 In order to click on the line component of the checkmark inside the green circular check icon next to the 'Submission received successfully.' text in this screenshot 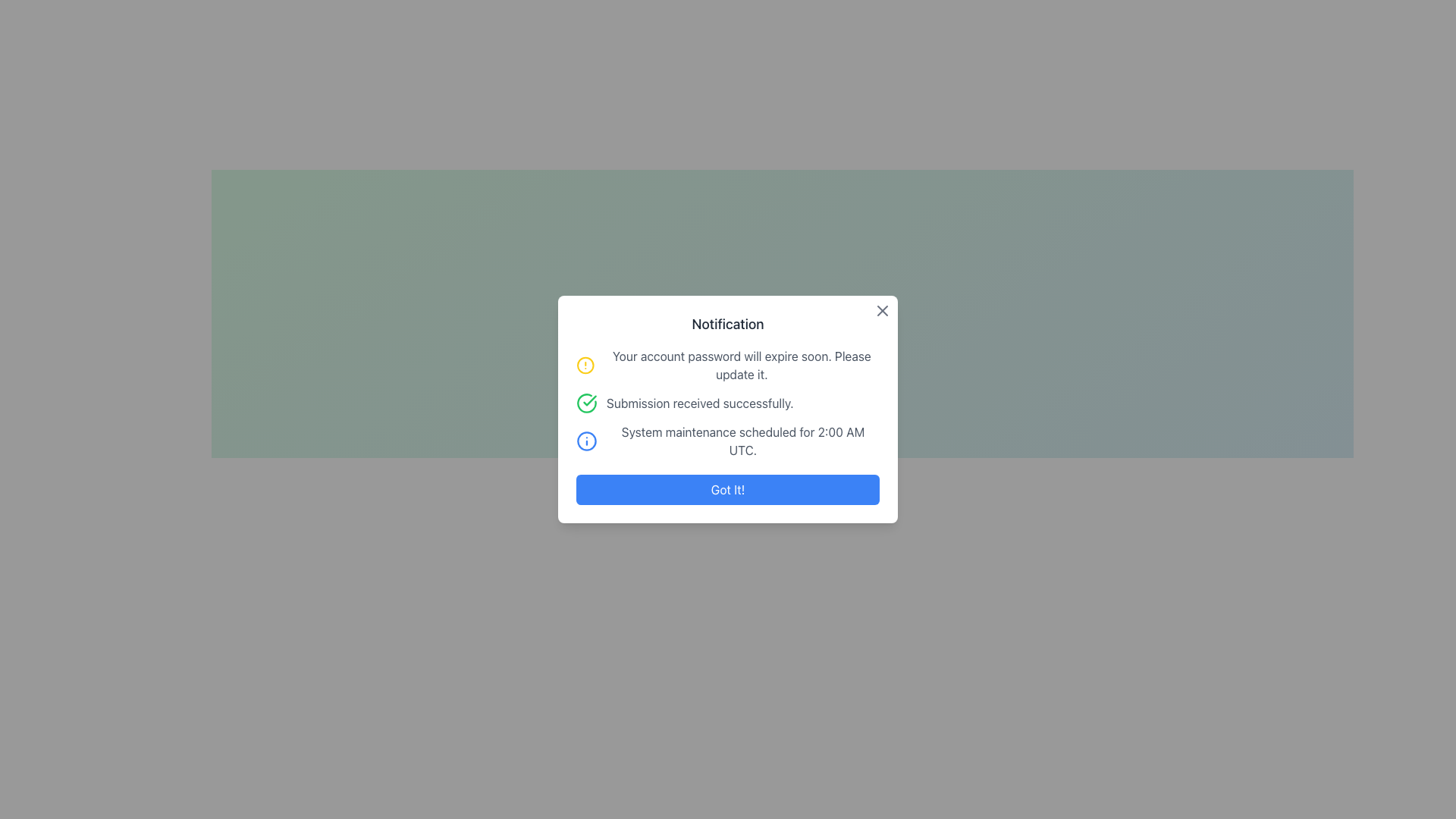, I will do `click(588, 400)`.